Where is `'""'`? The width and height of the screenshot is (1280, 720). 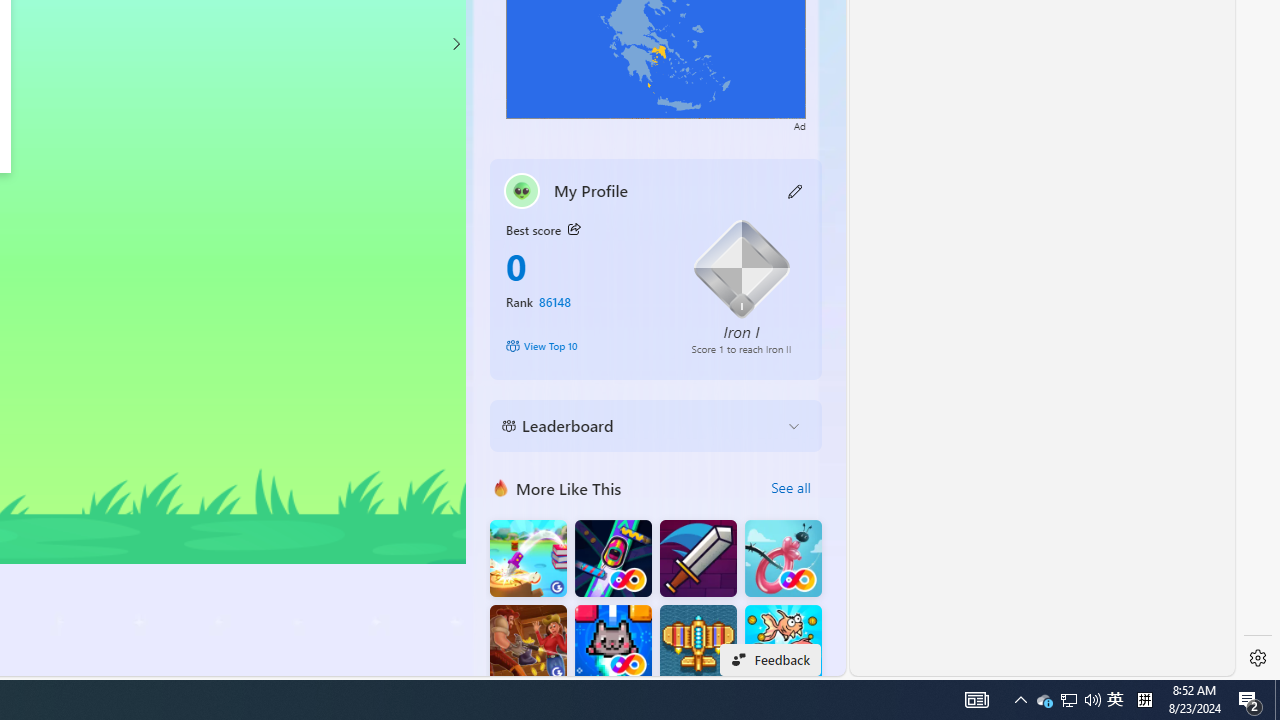
'""' is located at coordinates (522, 190).